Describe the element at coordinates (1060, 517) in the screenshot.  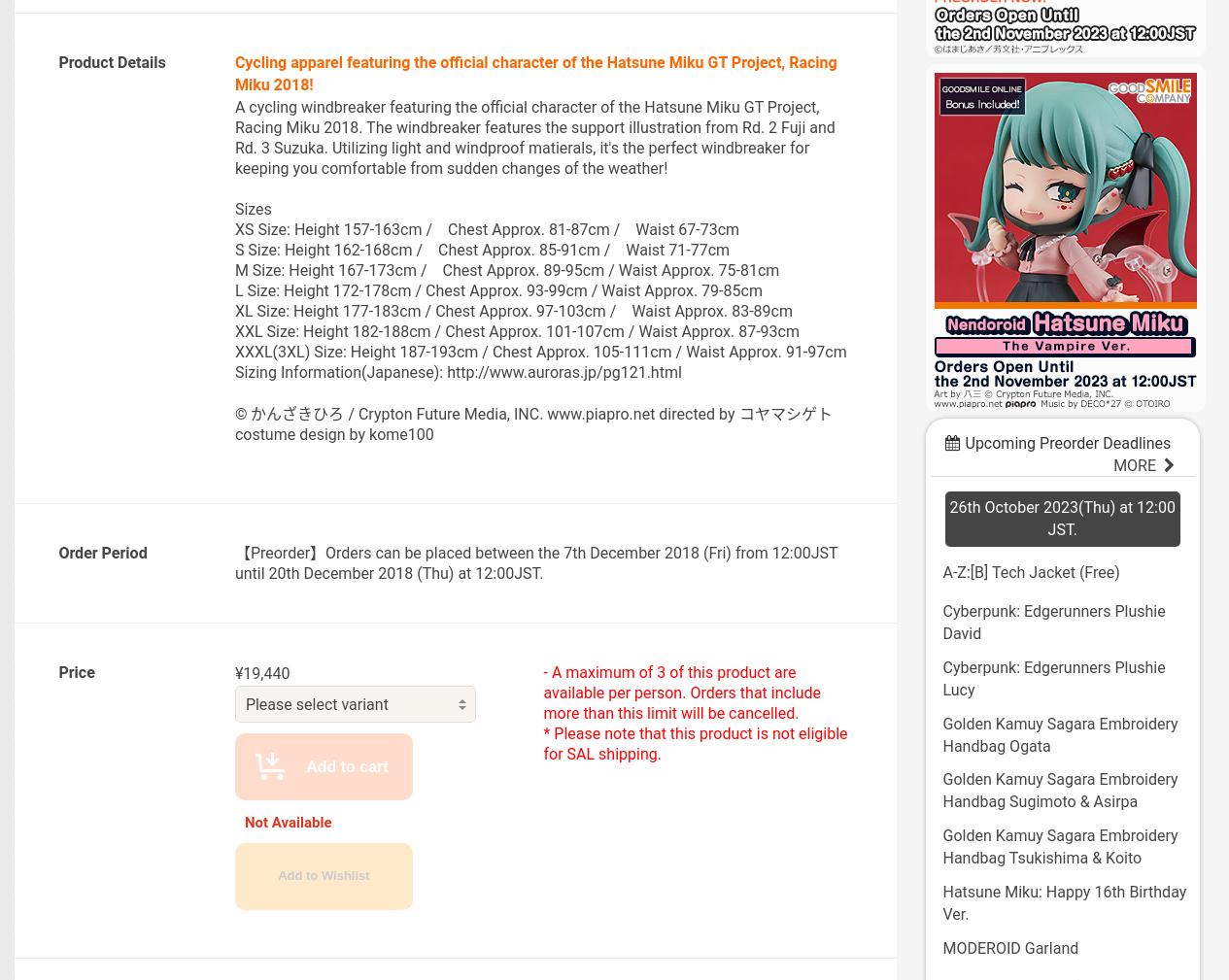
I see `'26th October  2023(Thu) at 12:00 JST.'` at that location.